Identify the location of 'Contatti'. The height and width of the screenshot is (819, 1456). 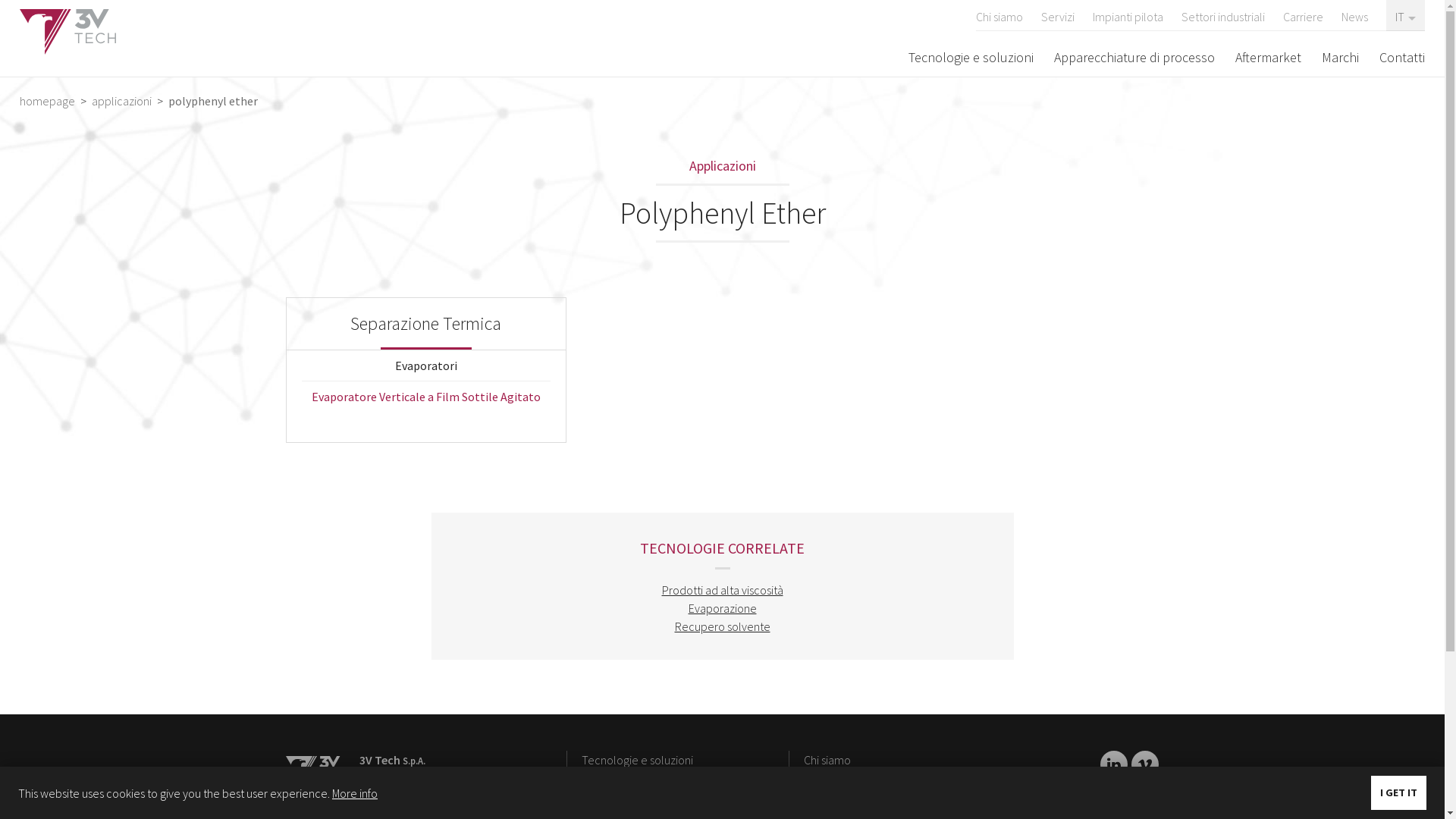
(1401, 55).